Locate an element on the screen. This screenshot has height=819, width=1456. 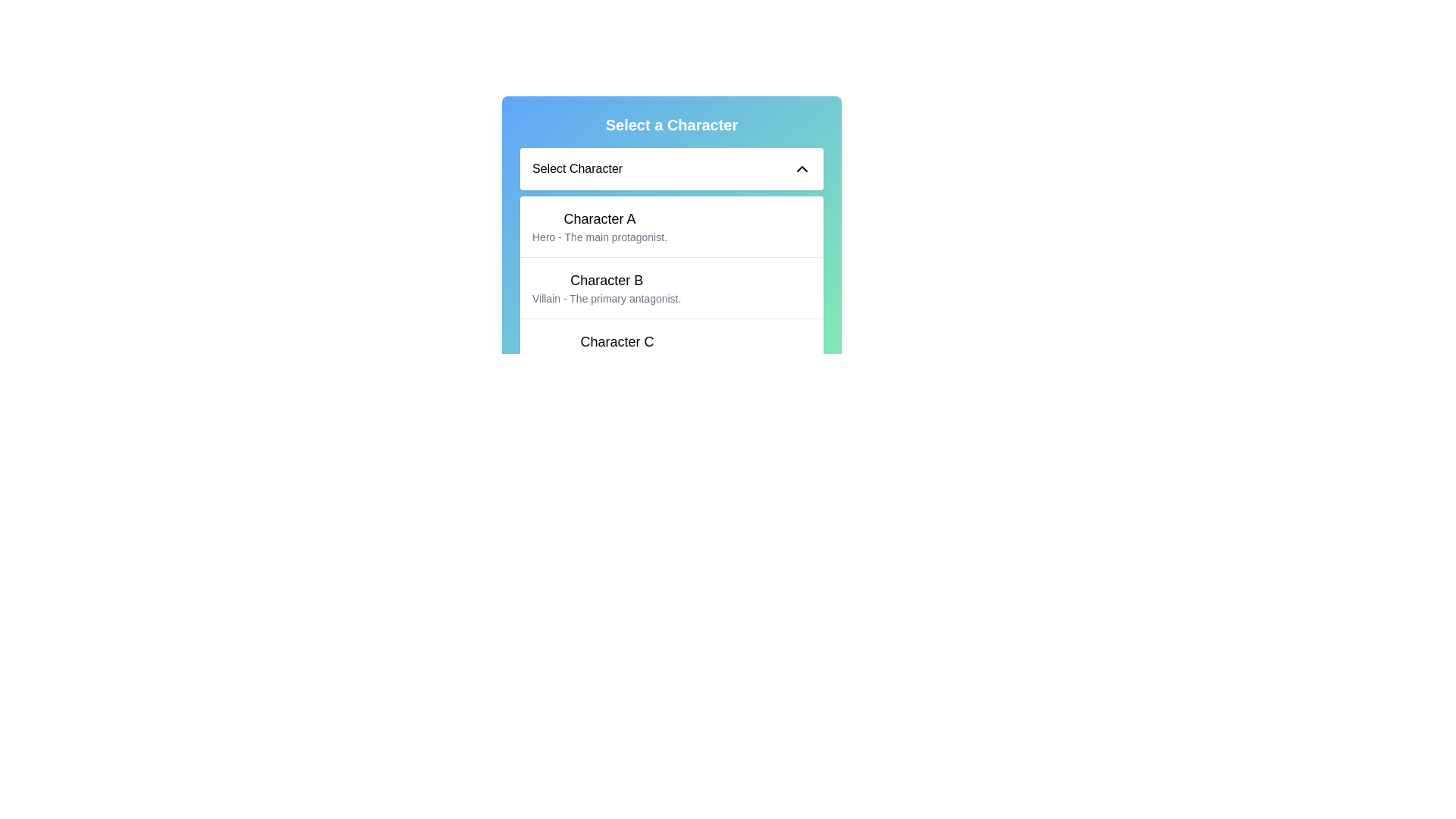
to select the option 'Character C' in the dropdown menu under 'Select a Character' is located at coordinates (671, 349).